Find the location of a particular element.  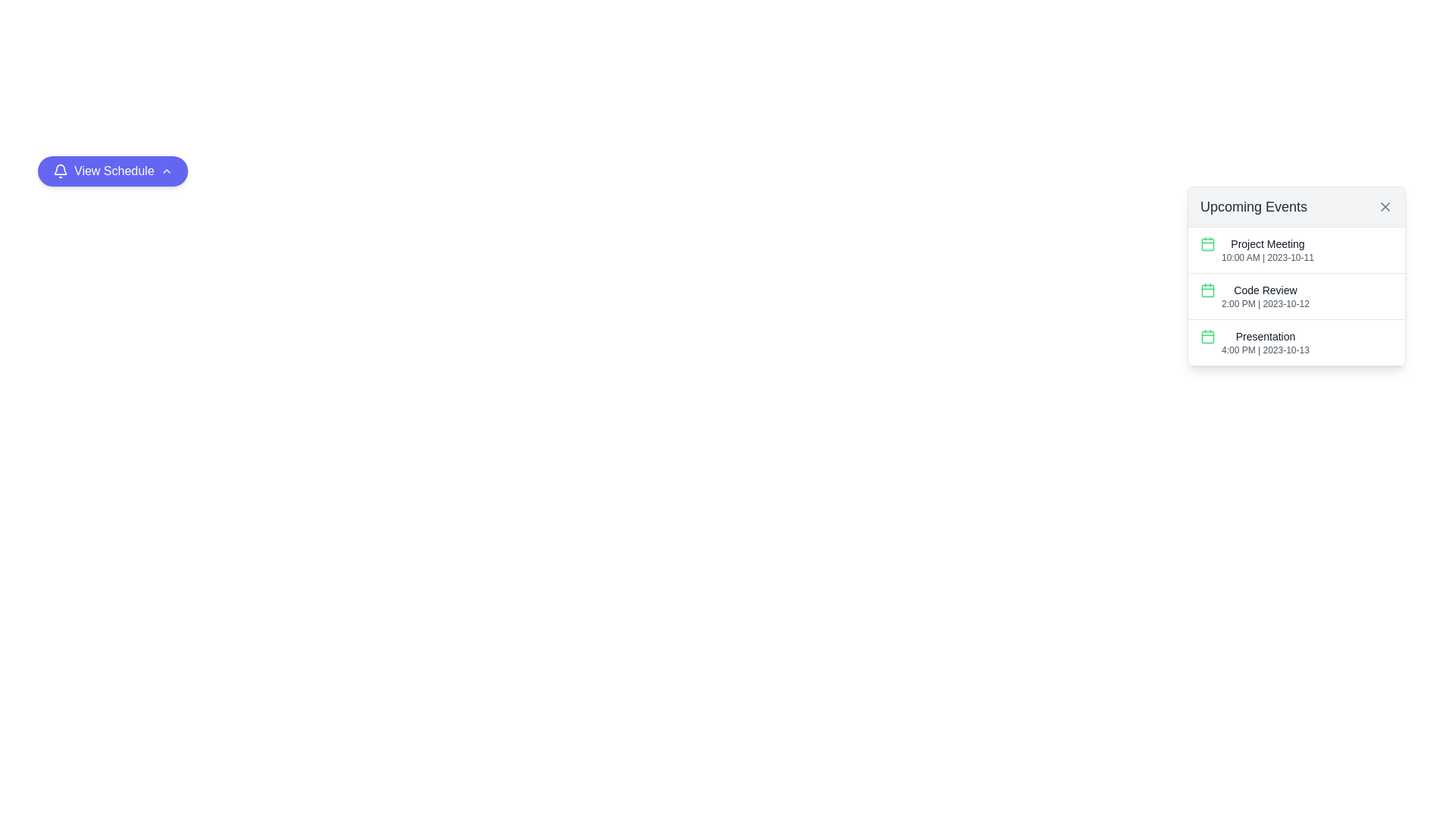

the bell icon located at the leftmost side of the button next to the text 'View Schedule', which indicates notification settings is located at coordinates (61, 171).